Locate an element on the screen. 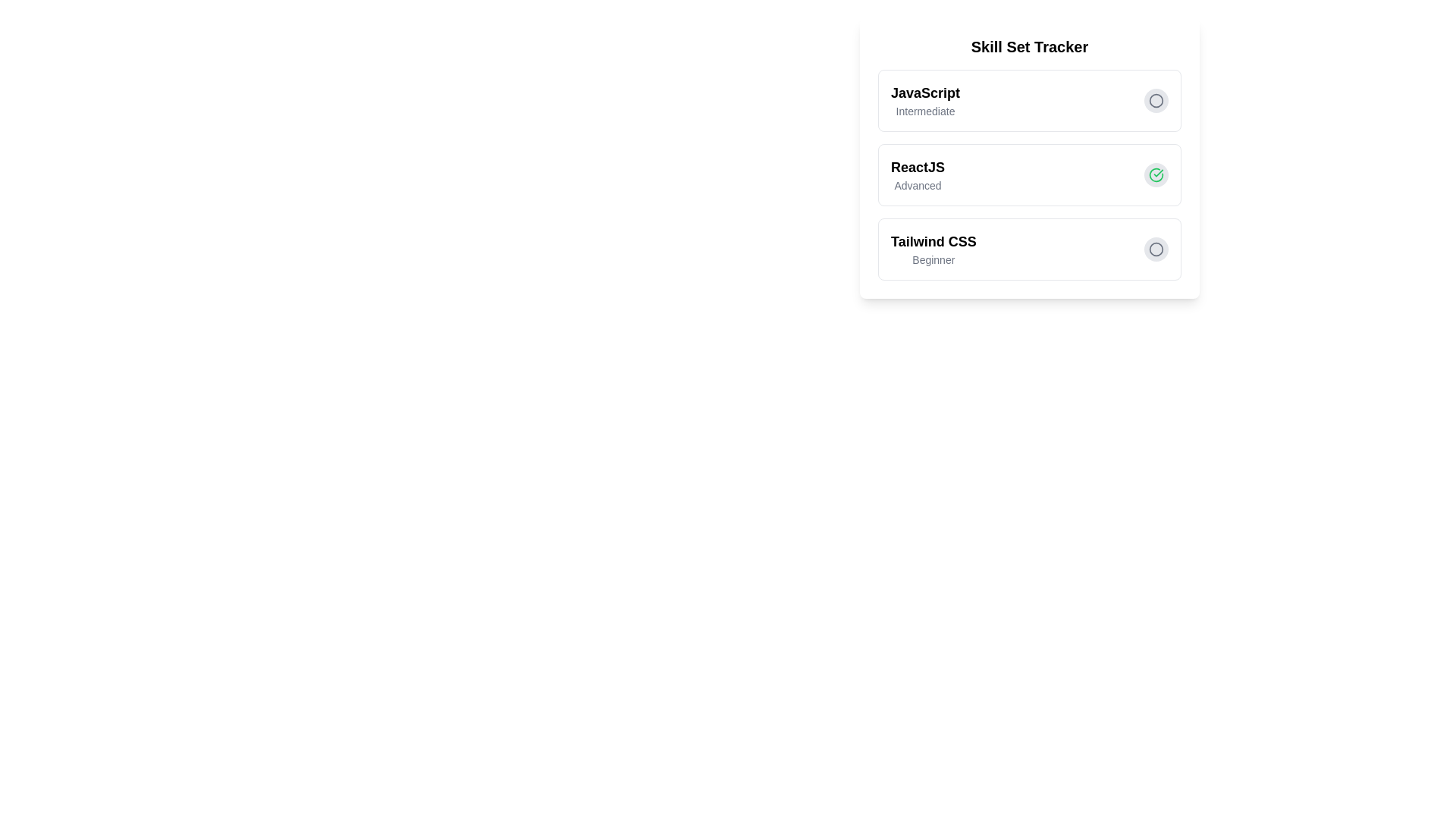 The image size is (1456, 819). the interactive button on the first list item titled 'JavaScript' in the 'Skill Set Tracker' is located at coordinates (1030, 100).